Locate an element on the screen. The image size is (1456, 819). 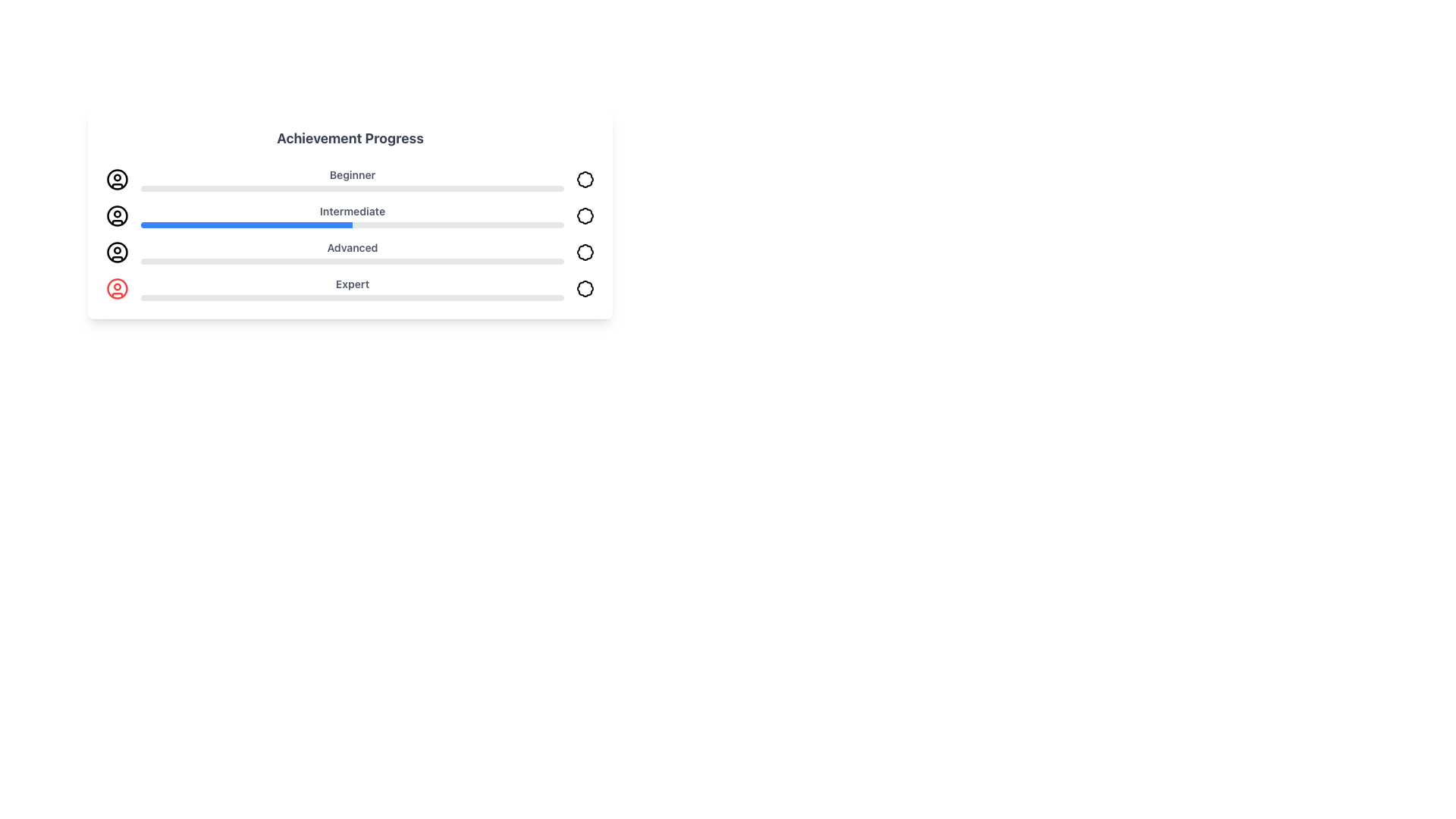
the highlighted blue progress segment within the second progress bar under the 'Intermediate' label is located at coordinates (246, 225).